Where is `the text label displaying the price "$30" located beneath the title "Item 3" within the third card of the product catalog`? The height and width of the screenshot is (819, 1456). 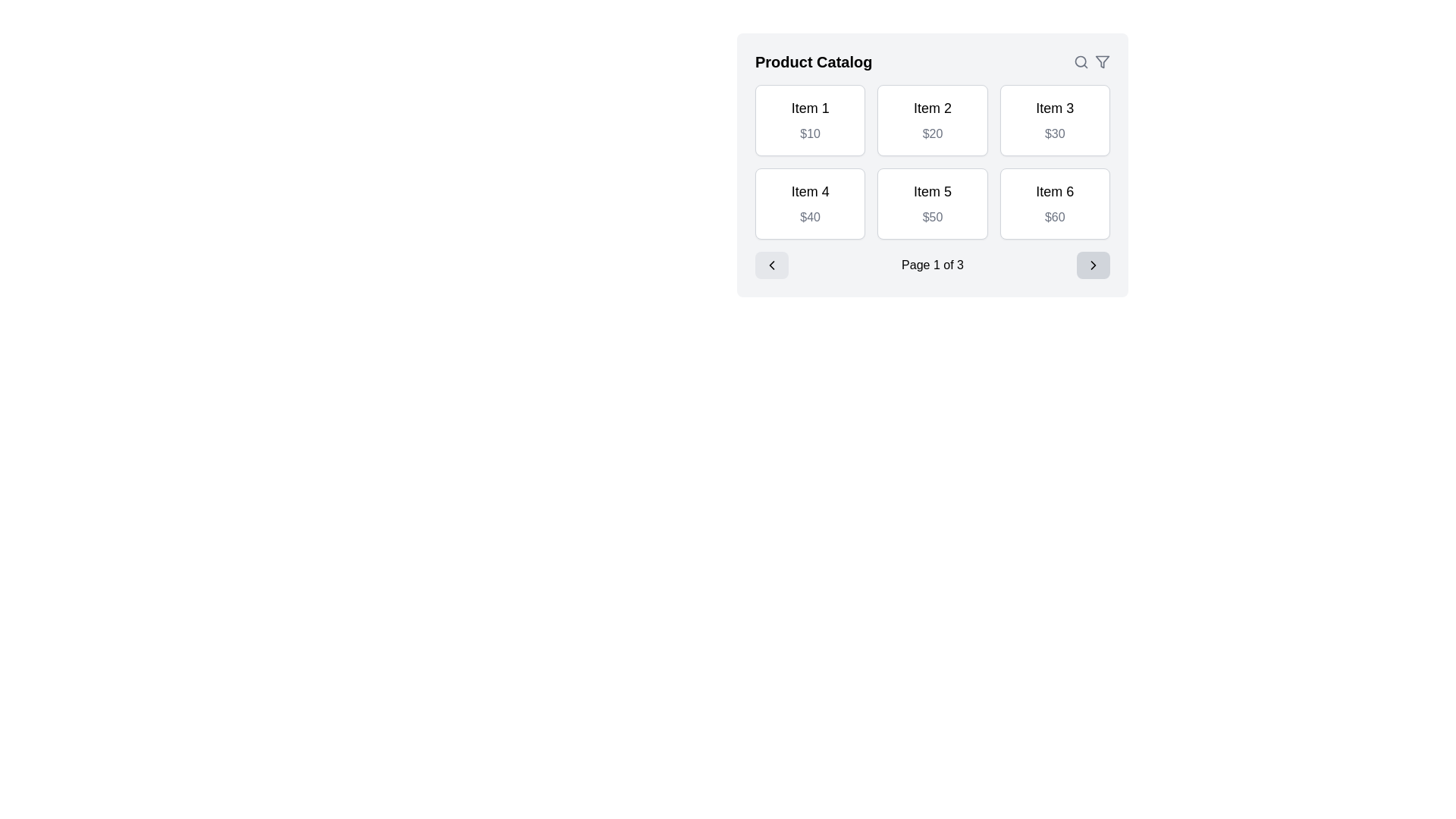
the text label displaying the price "$30" located beneath the title "Item 3" within the third card of the product catalog is located at coordinates (1054, 133).